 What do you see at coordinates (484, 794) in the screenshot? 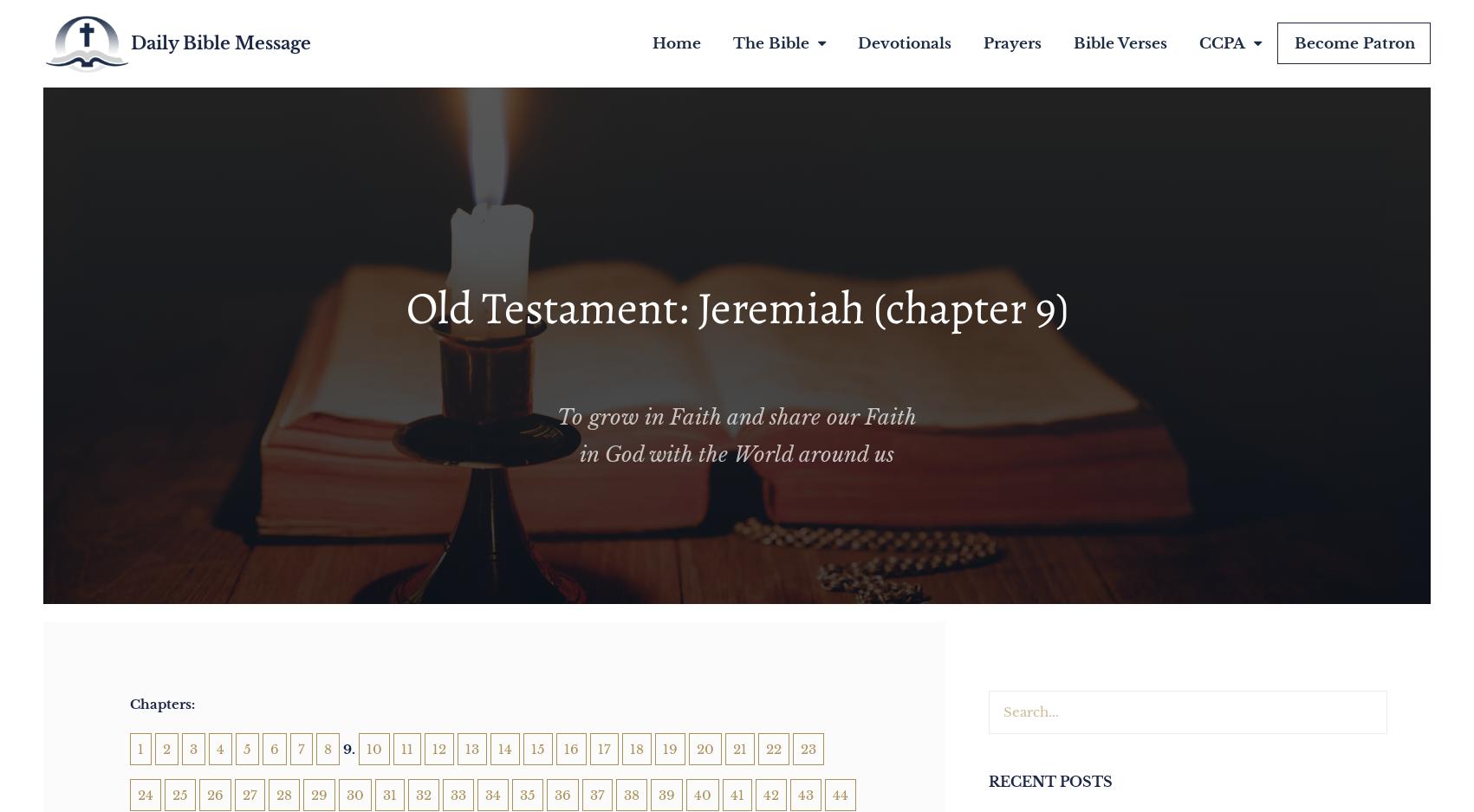
I see `'34'` at bounding box center [484, 794].